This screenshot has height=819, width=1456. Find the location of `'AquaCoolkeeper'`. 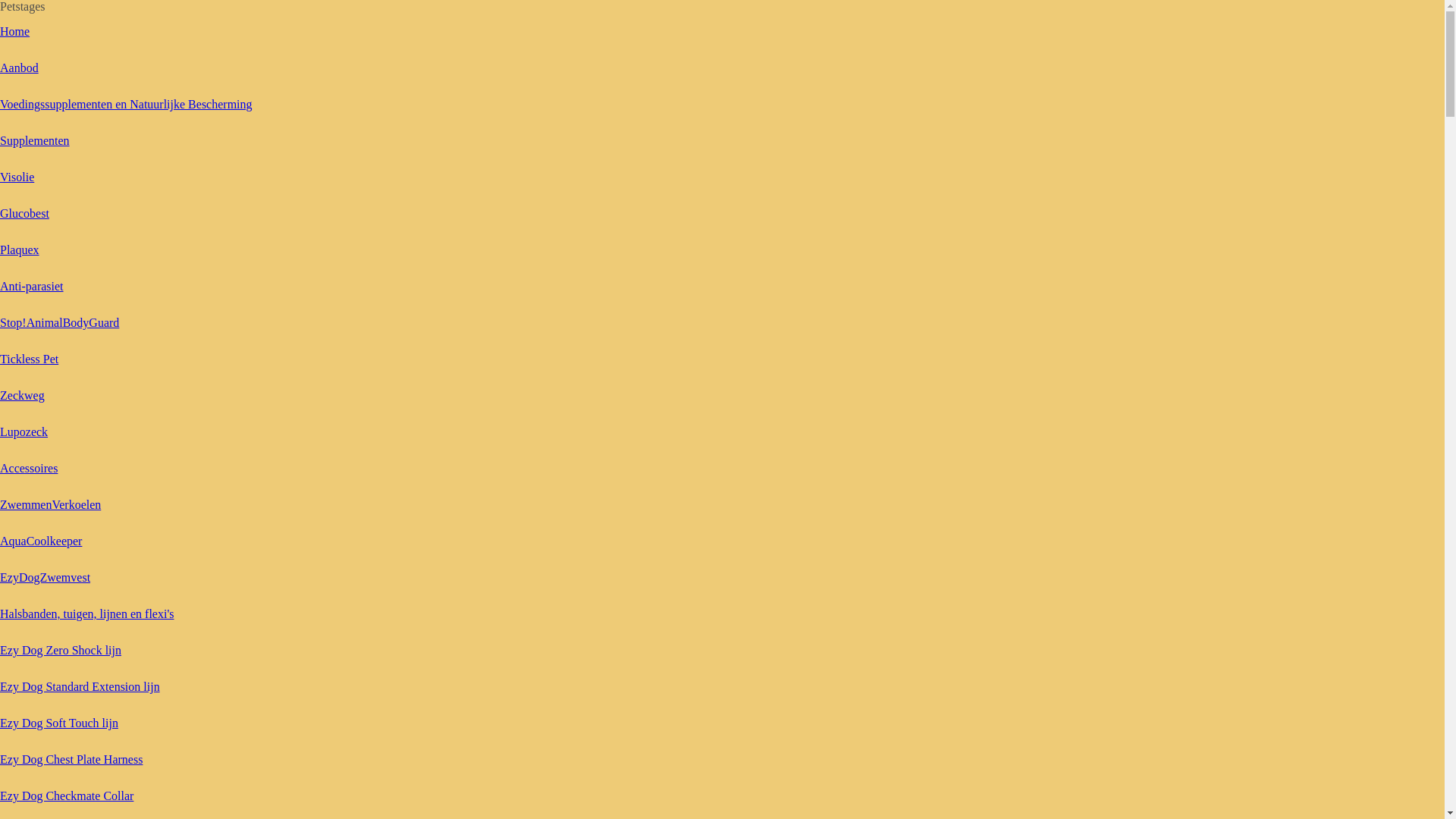

'AquaCoolkeeper' is located at coordinates (40, 540).